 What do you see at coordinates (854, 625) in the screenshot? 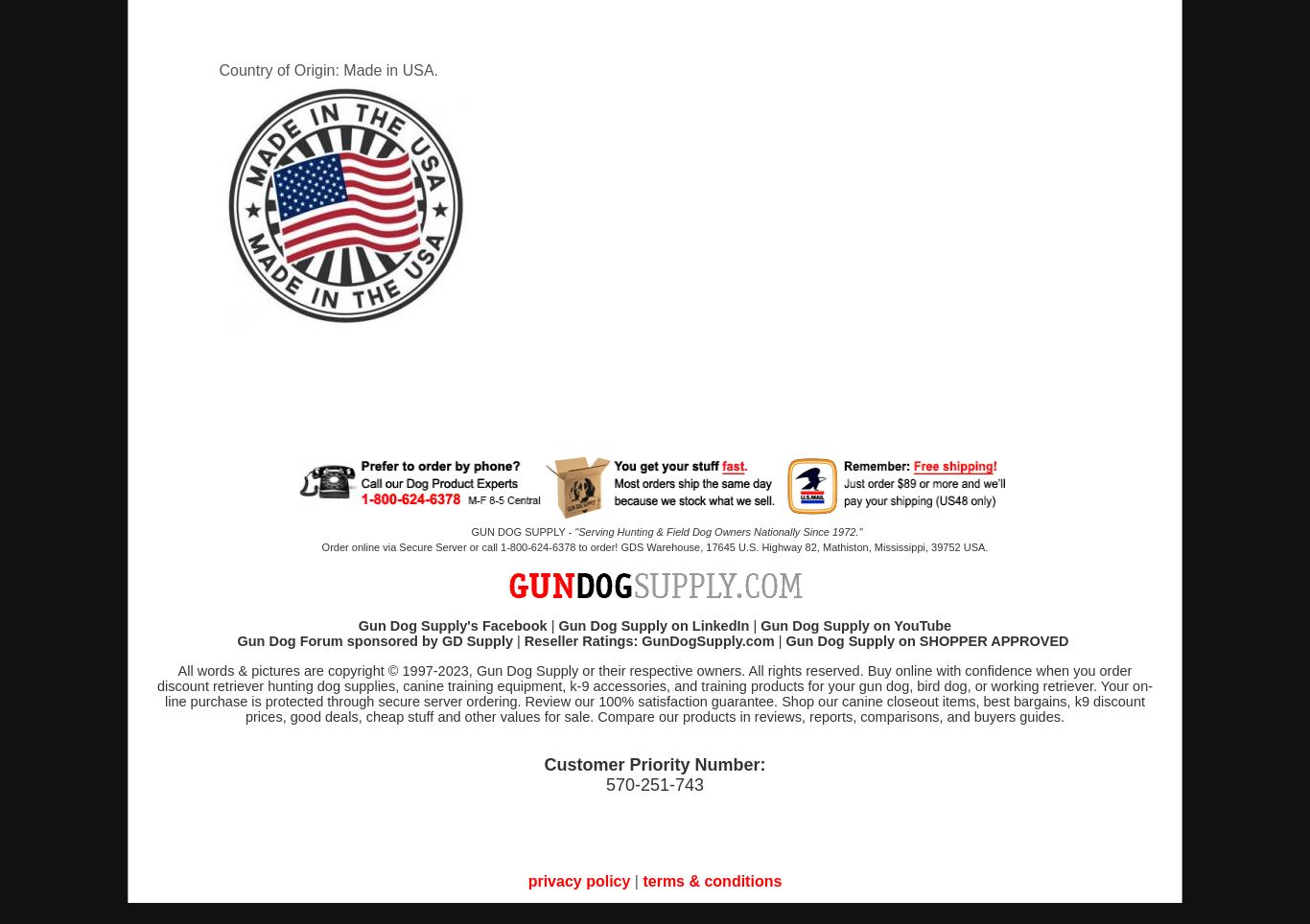
I see `'Gun Dog Supply on YouTube'` at bounding box center [854, 625].